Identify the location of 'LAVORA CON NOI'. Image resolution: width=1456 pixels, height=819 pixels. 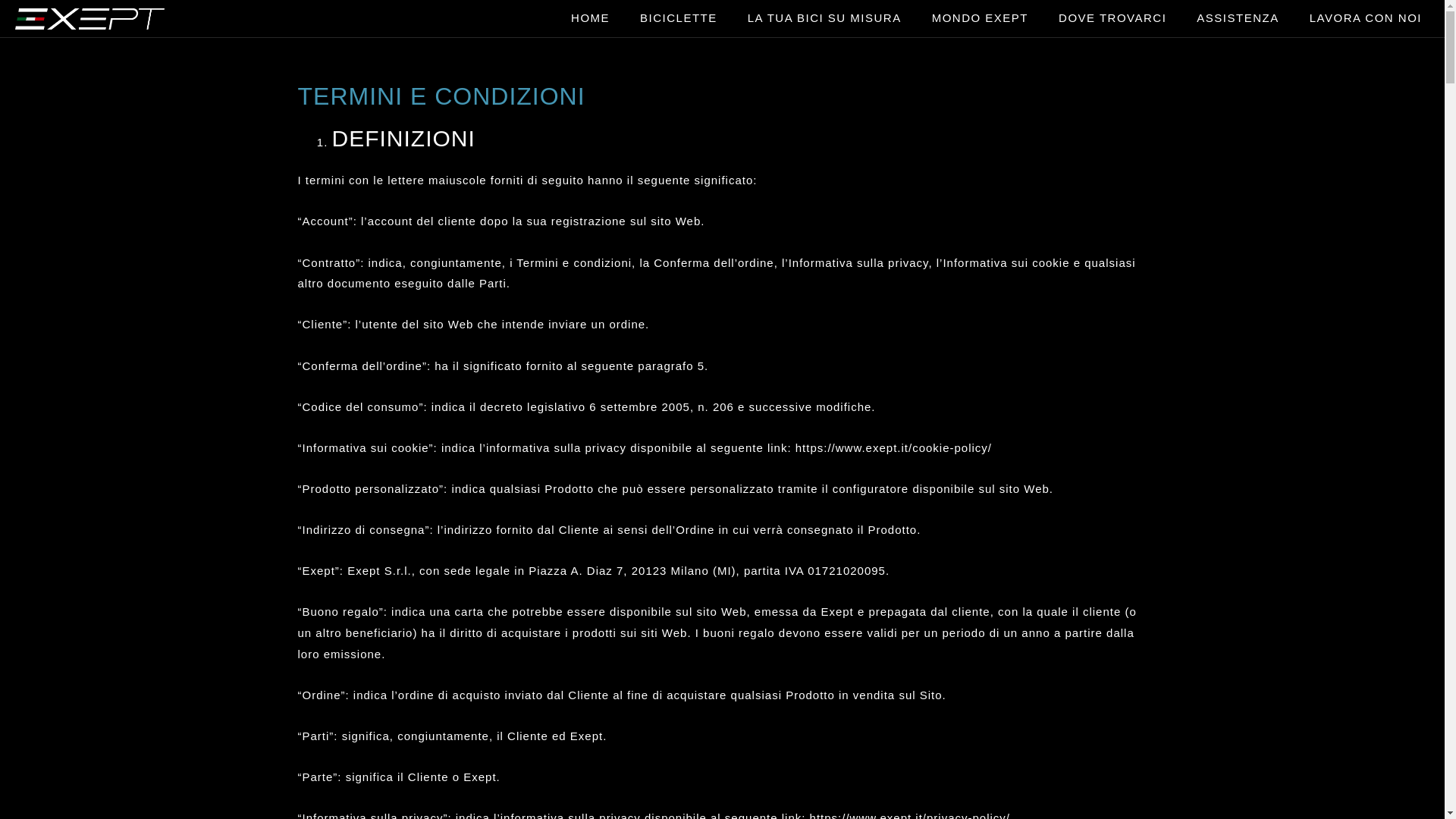
(1365, 17).